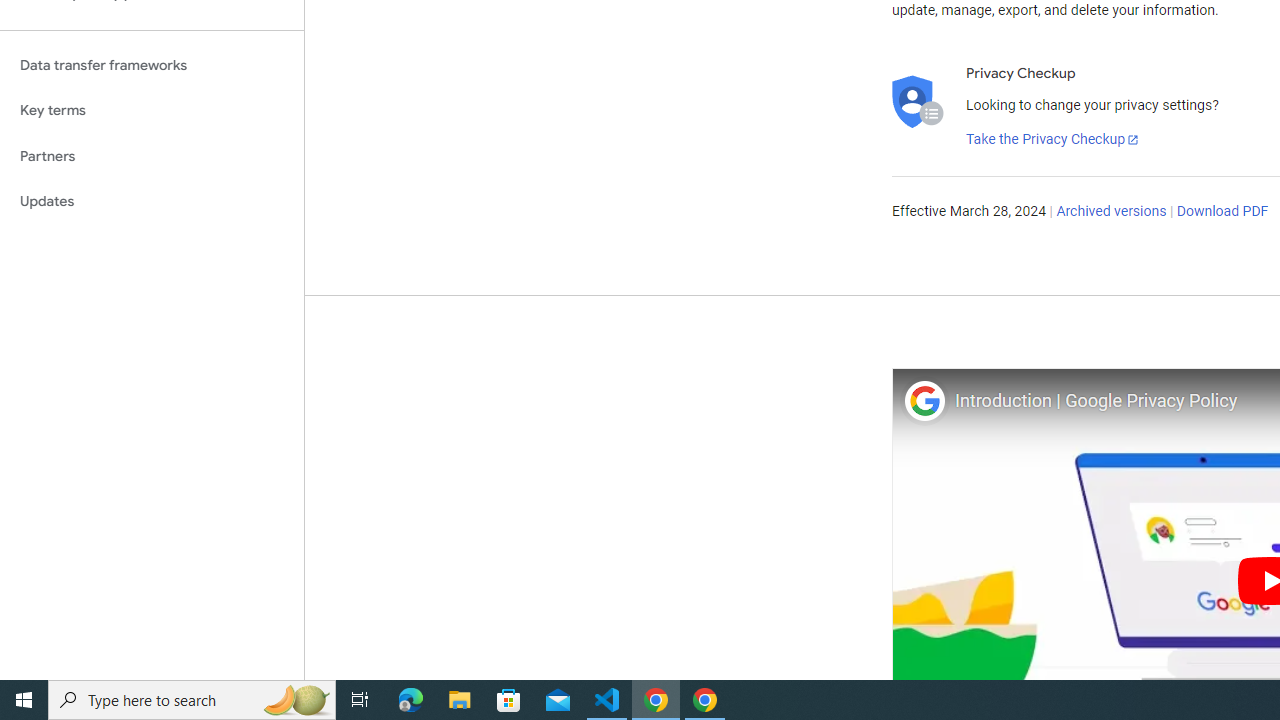 The width and height of the screenshot is (1280, 720). Describe the element at coordinates (923, 400) in the screenshot. I see `'Photo image of Google'` at that location.